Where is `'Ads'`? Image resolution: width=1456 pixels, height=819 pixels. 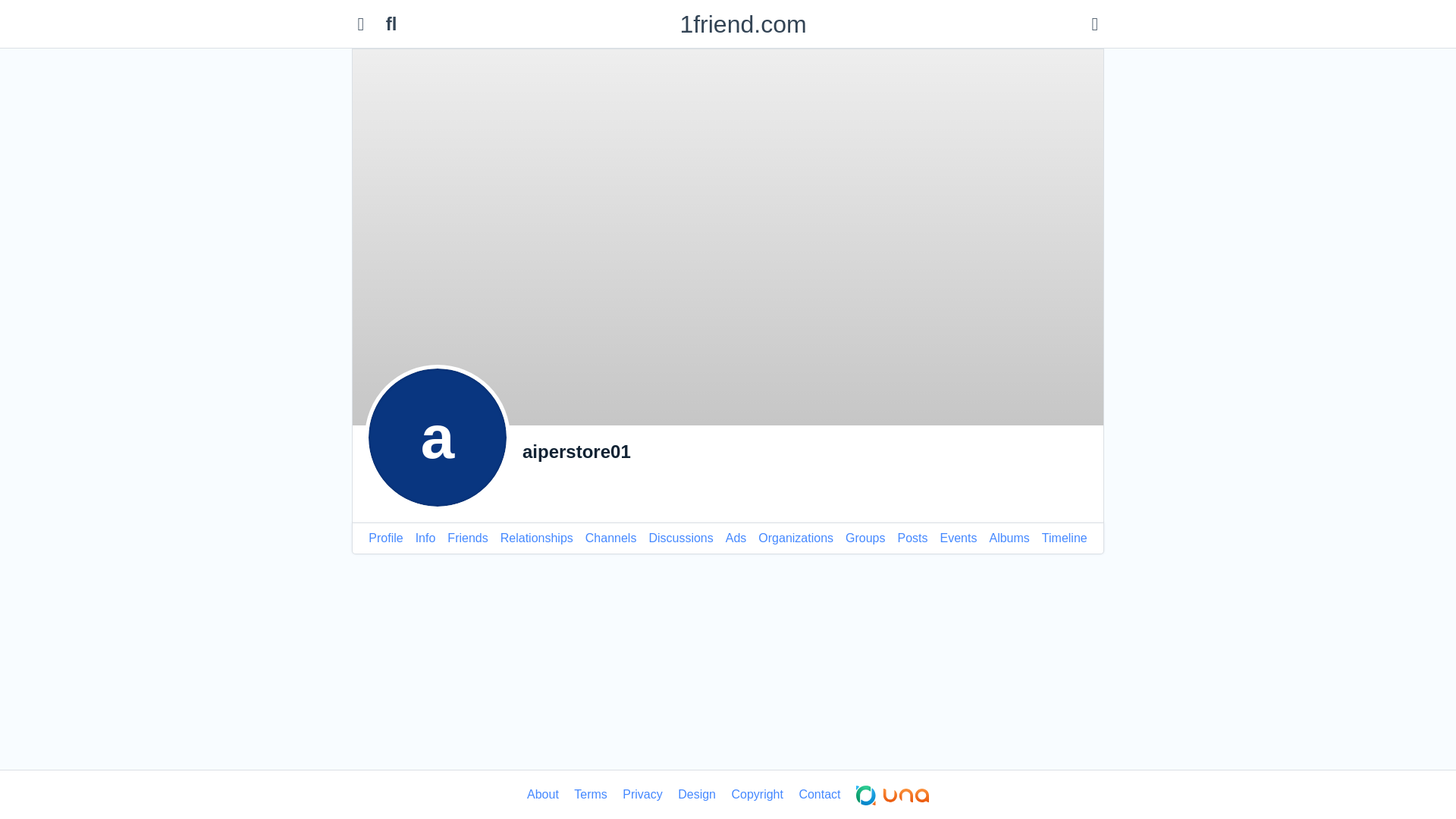
'Ads' is located at coordinates (736, 537).